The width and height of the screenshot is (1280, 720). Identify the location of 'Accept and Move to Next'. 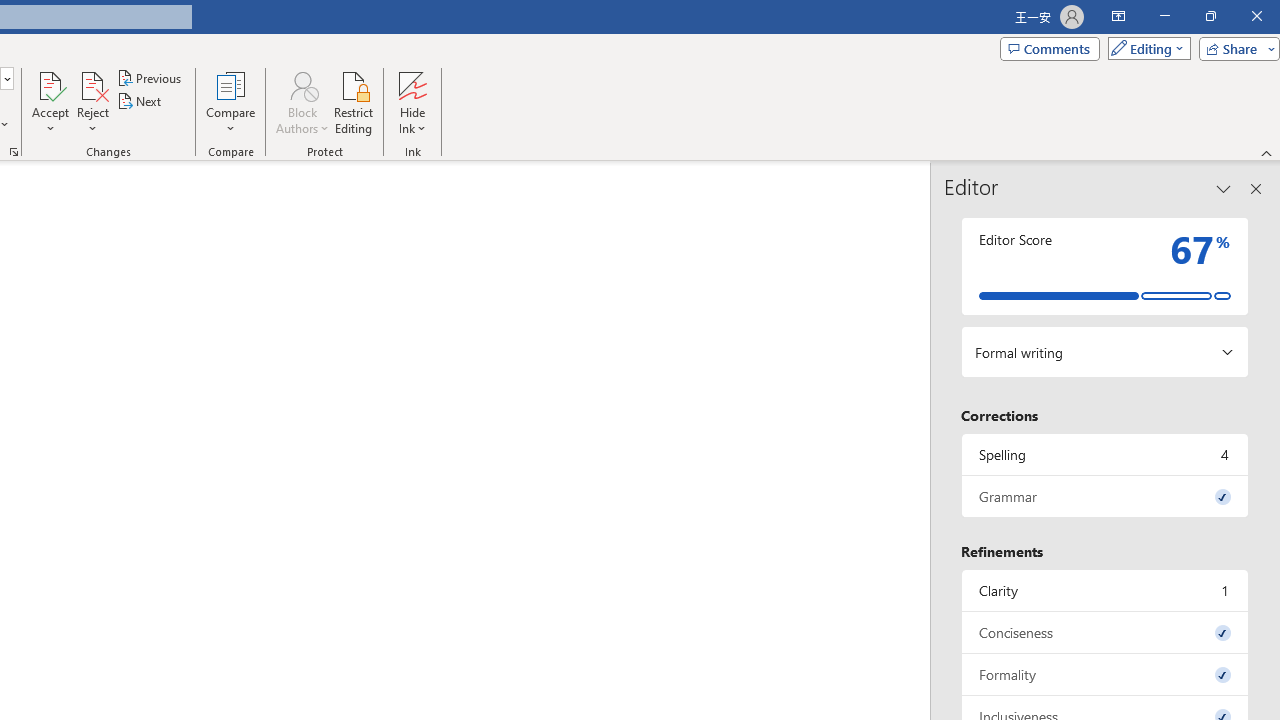
(50, 84).